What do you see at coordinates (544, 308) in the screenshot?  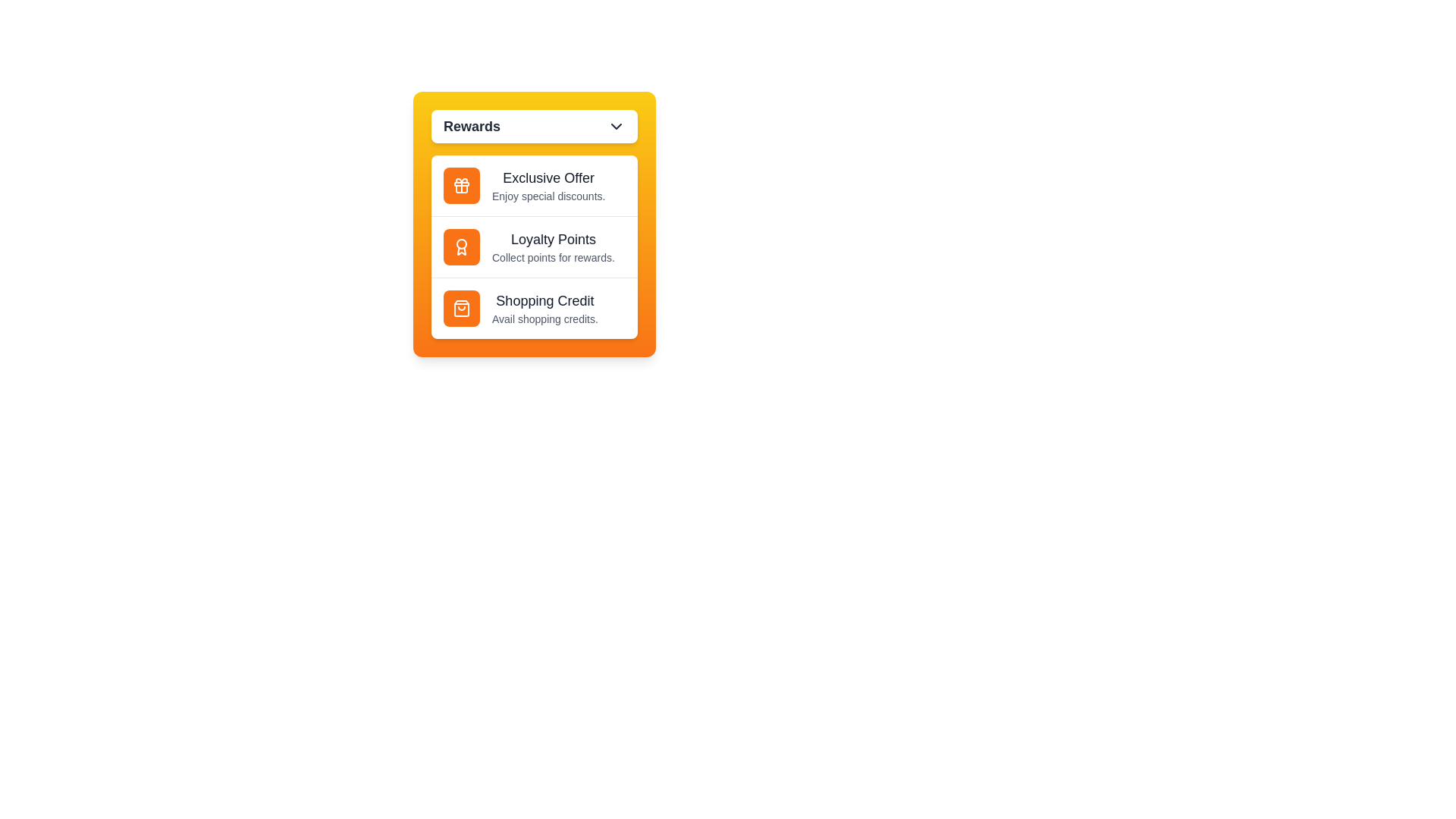 I see `the informational list item about shopping credits` at bounding box center [544, 308].